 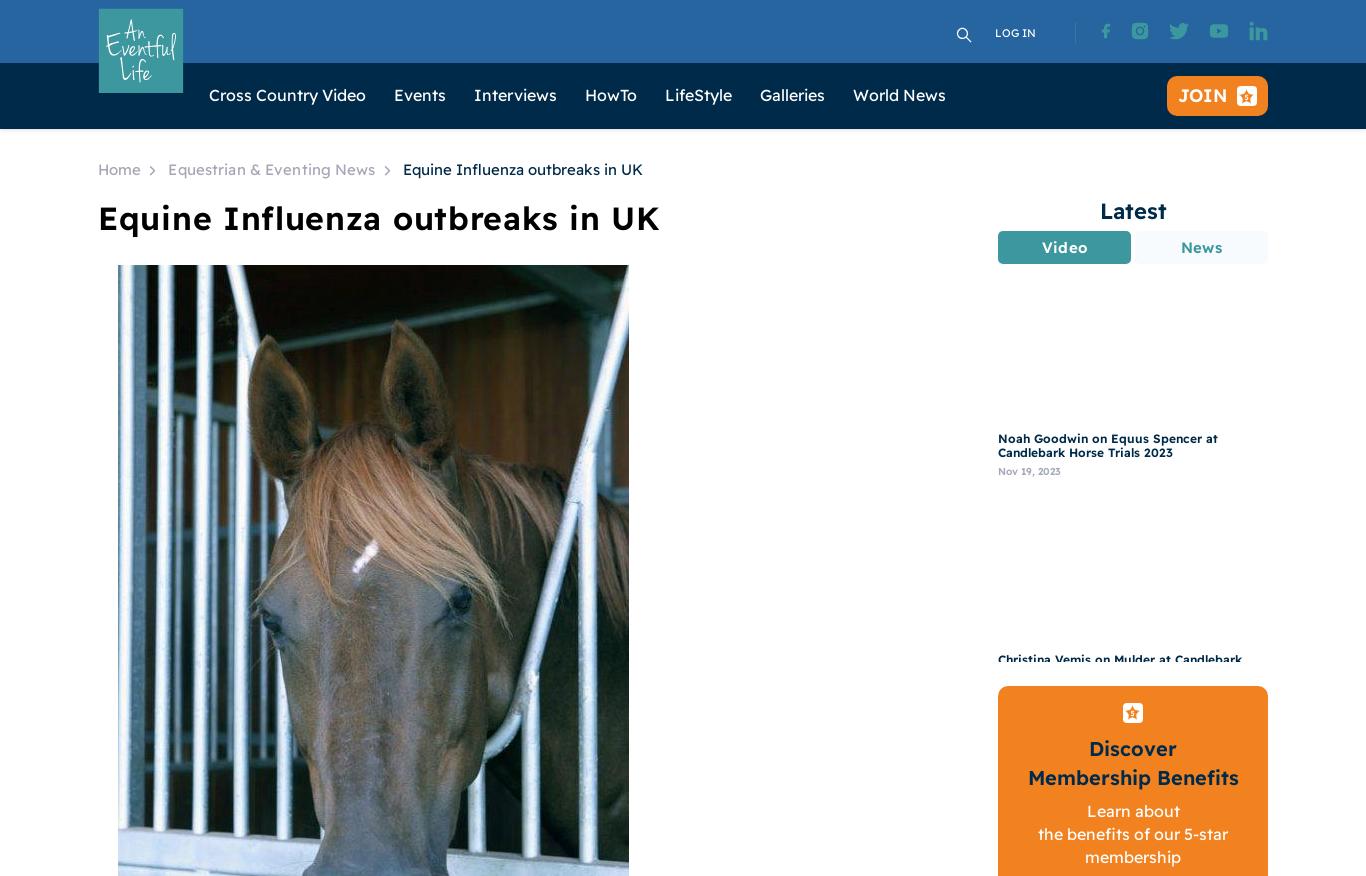 What do you see at coordinates (719, 372) in the screenshot?
I see `'Promotions'` at bounding box center [719, 372].